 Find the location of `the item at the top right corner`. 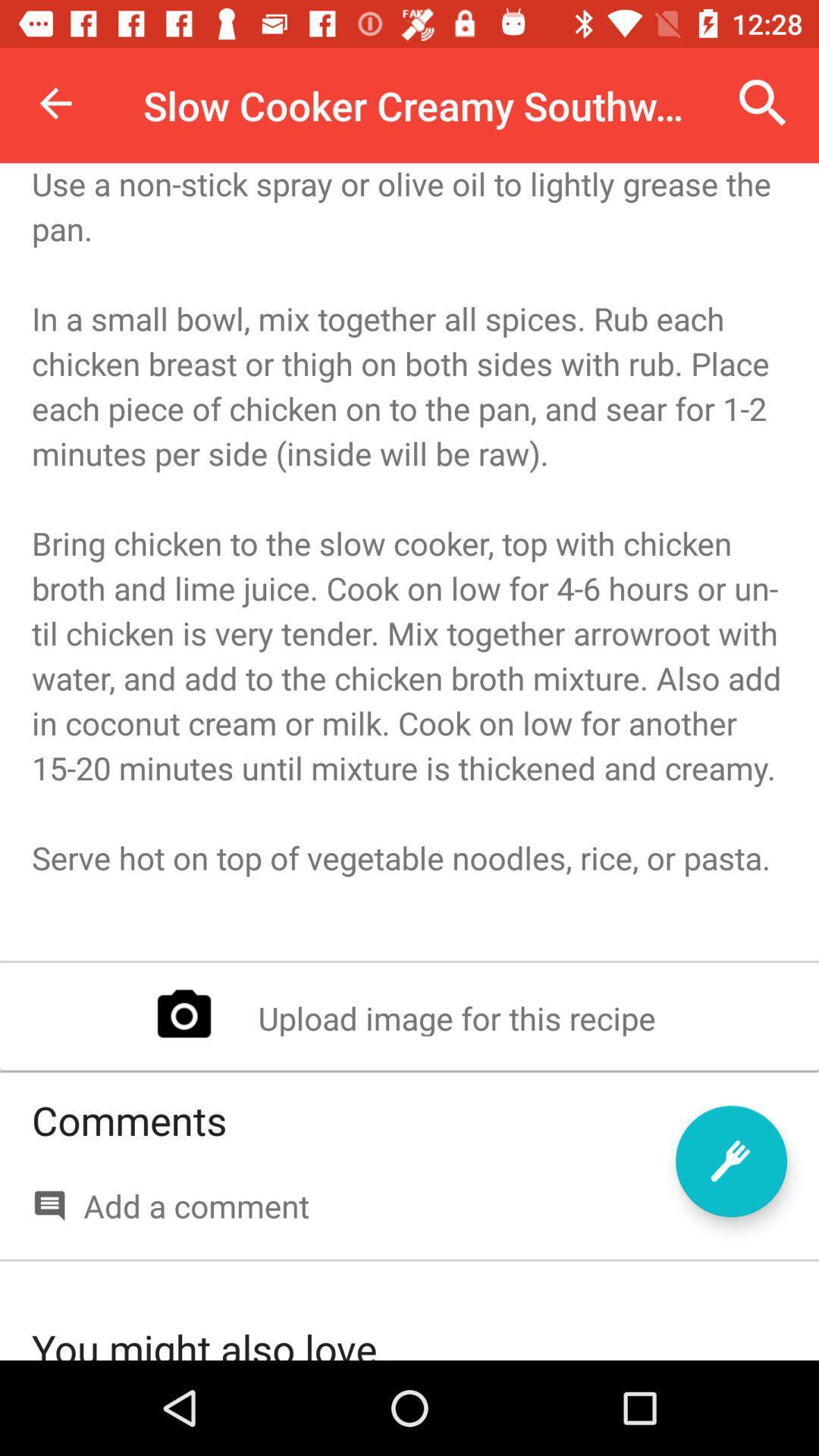

the item at the top right corner is located at coordinates (763, 102).